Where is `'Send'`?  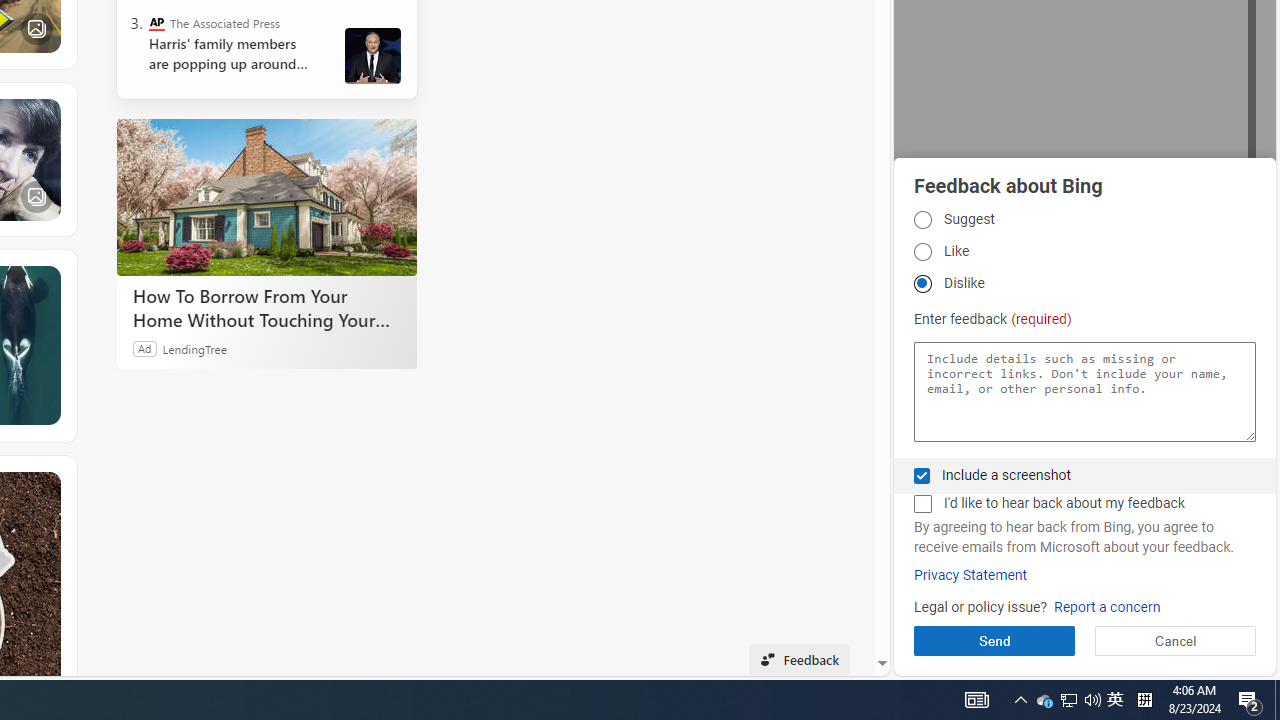 'Send' is located at coordinates (994, 640).